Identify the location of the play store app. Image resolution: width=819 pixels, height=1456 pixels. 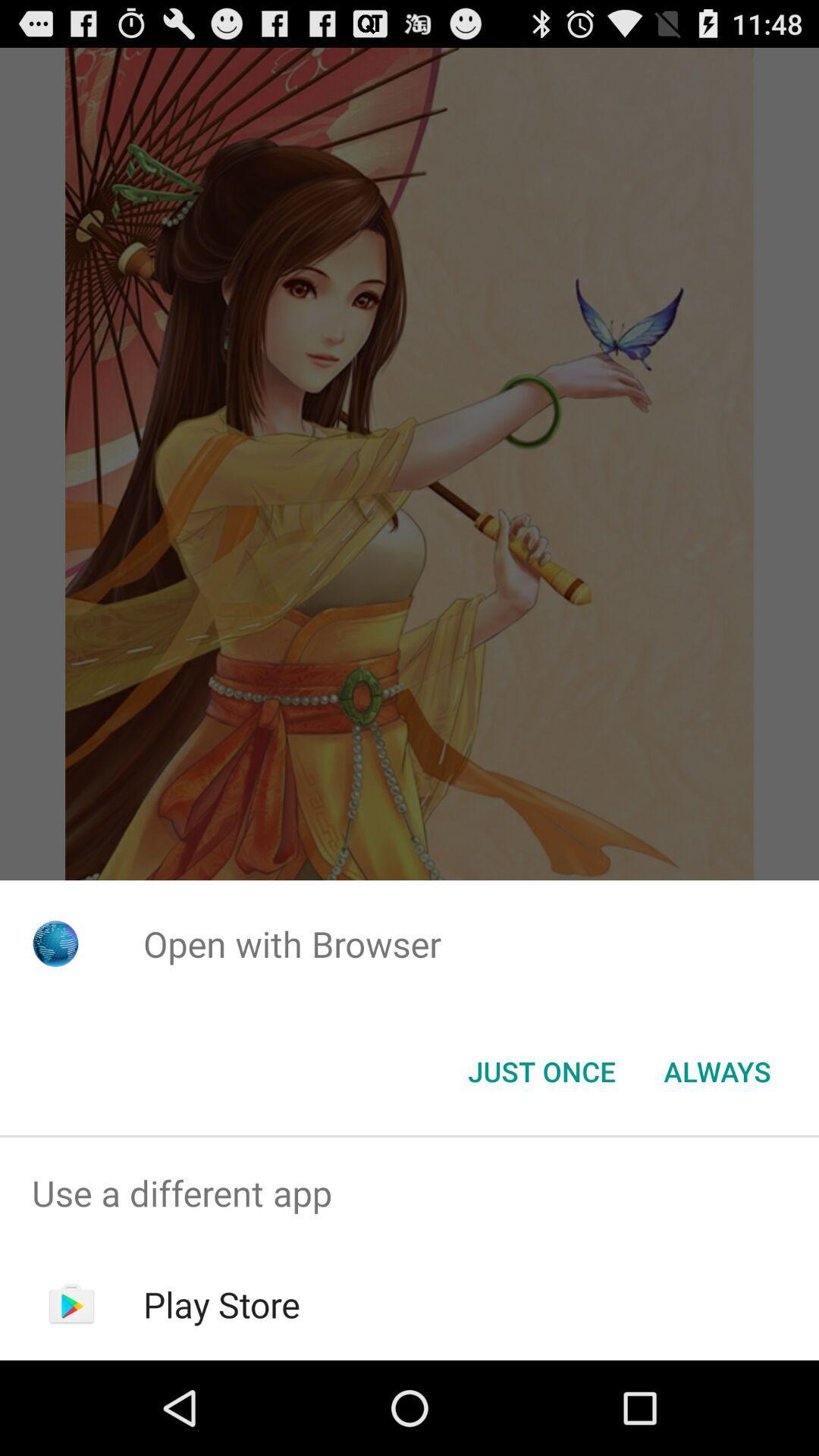
(221, 1304).